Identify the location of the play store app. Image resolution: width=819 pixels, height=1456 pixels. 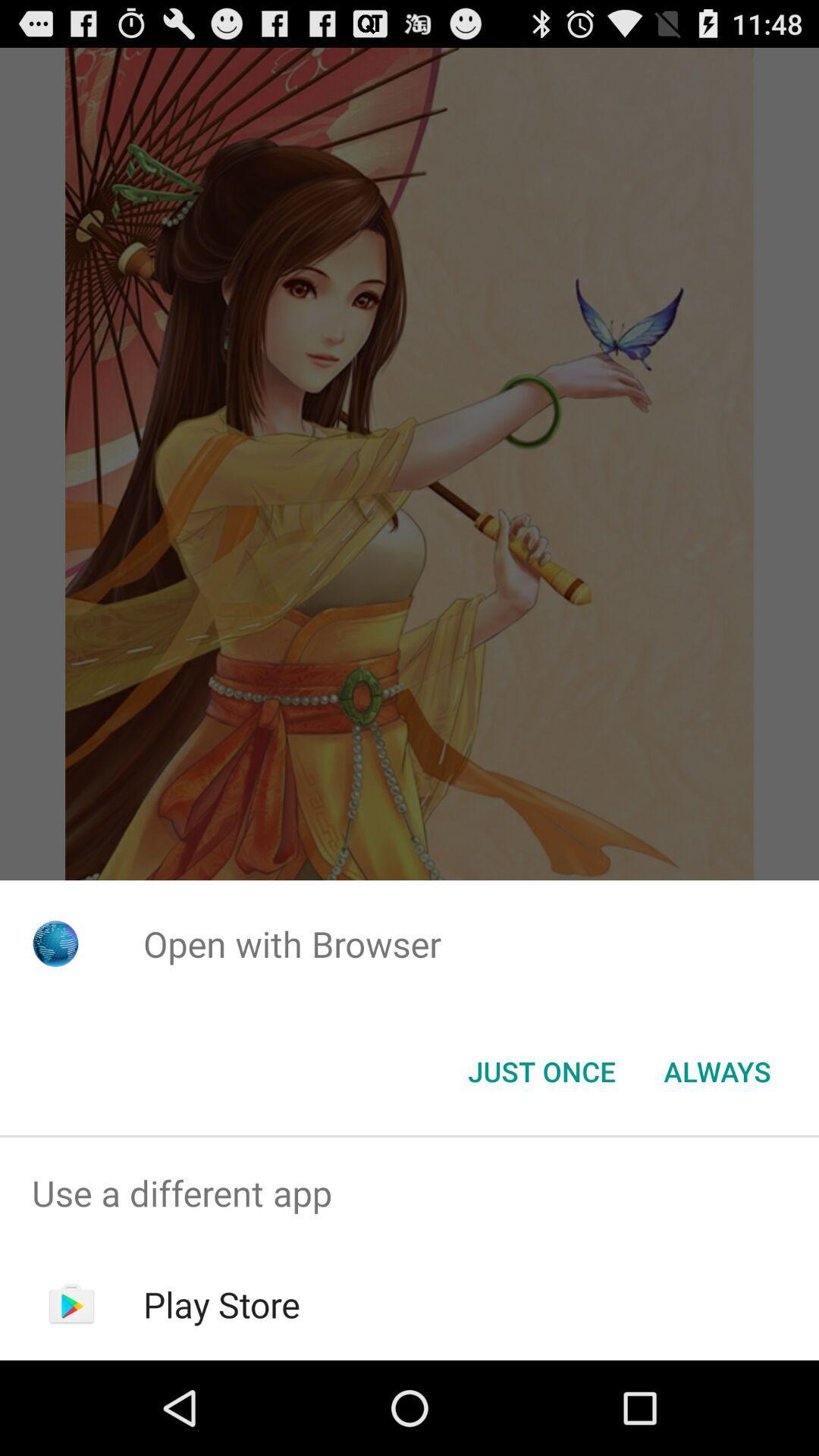
(221, 1304).